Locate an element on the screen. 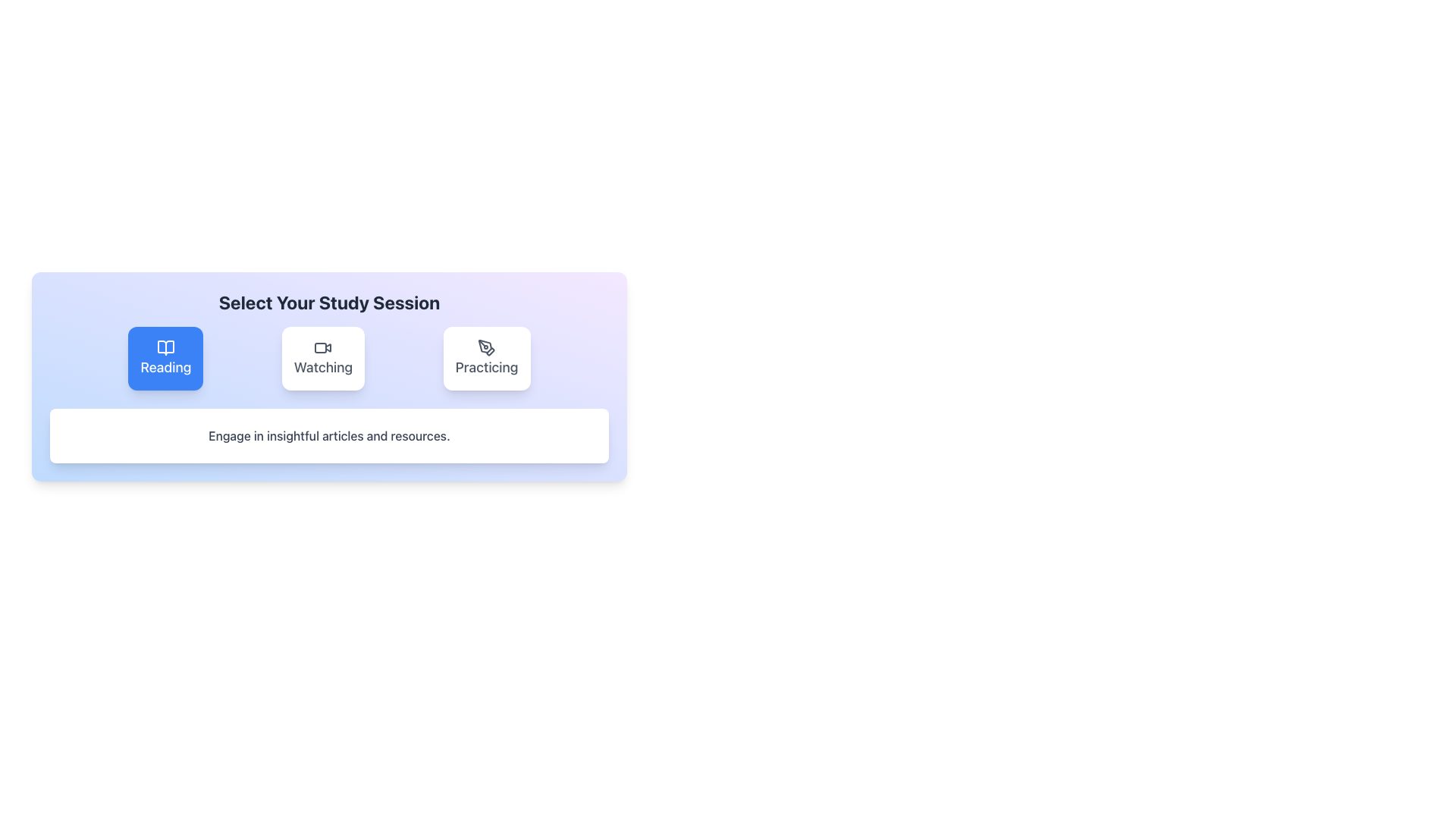  the open book SVG icon representing the 'Reading' option in the navigation panel, which is the leftmost icon among three menu options is located at coordinates (165, 348).